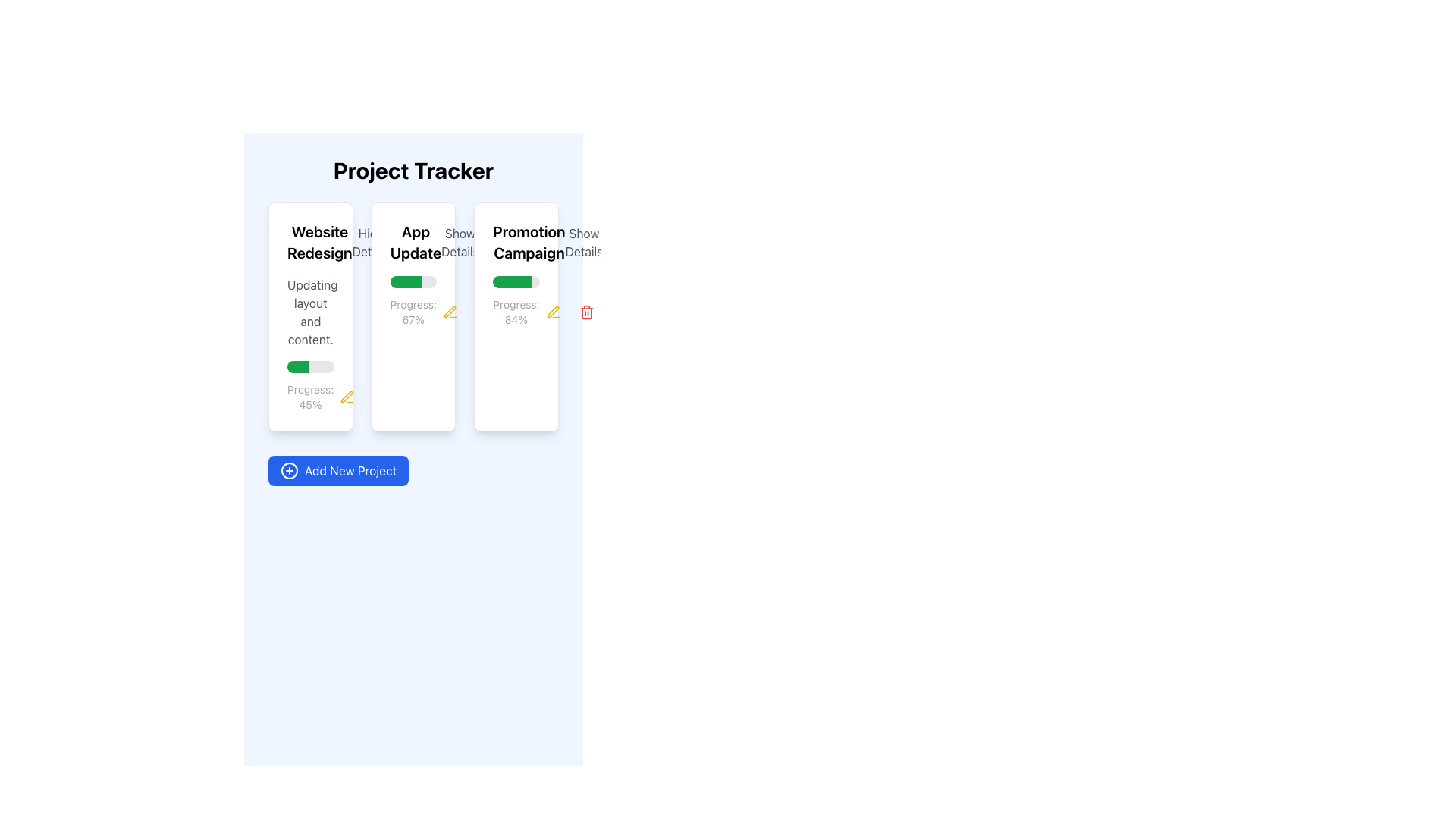 This screenshot has height=819, width=1456. Describe the element at coordinates (413, 312) in the screenshot. I see `the text label displaying 'Progress: 67%' located within the 'App Update' card, positioned below the green progress bar` at that location.